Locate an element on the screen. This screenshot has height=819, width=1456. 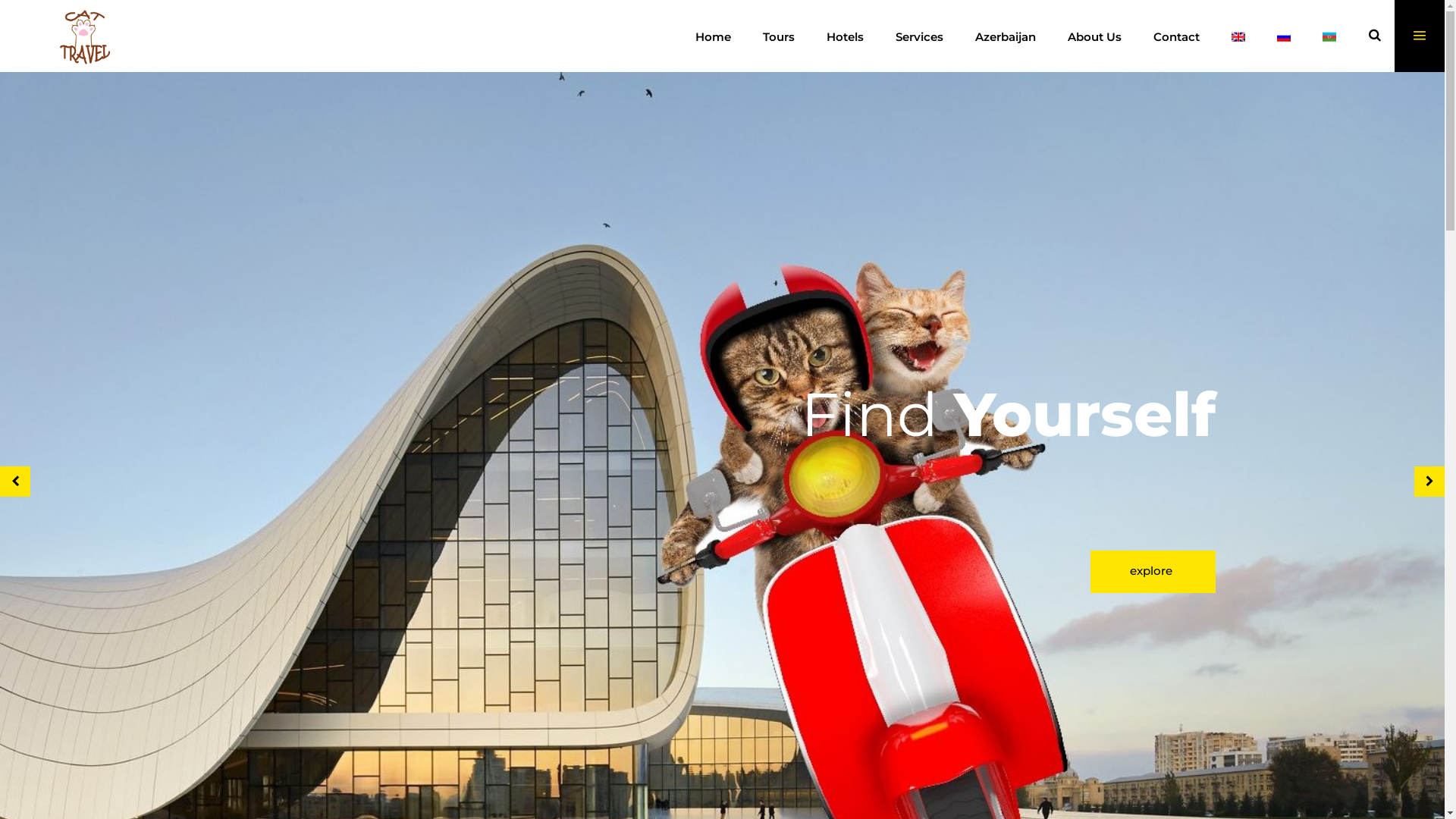
'English' is located at coordinates (1238, 35).